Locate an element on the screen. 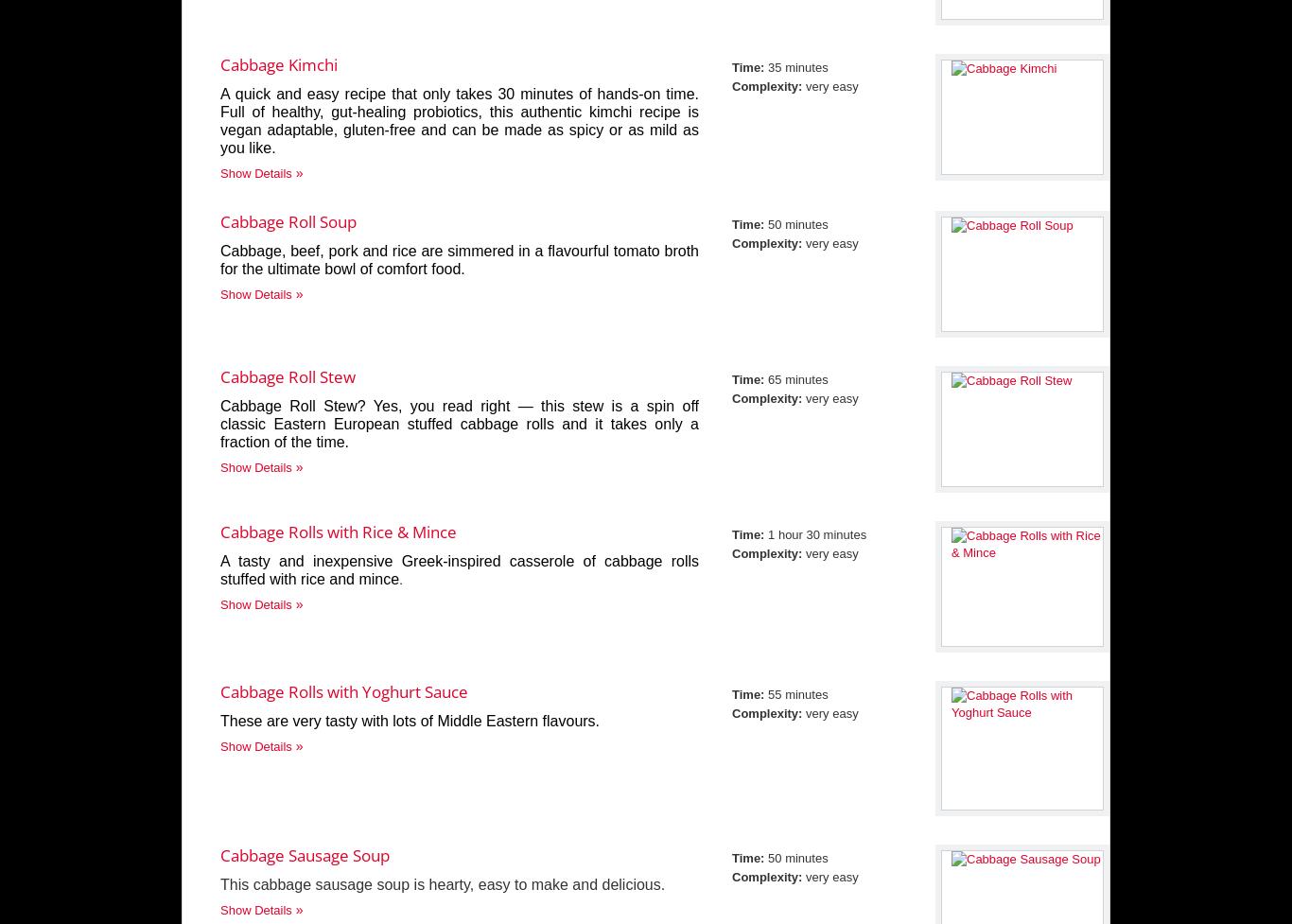 This screenshot has width=1292, height=924. 'Cabbage Kimchi' is located at coordinates (279, 64).